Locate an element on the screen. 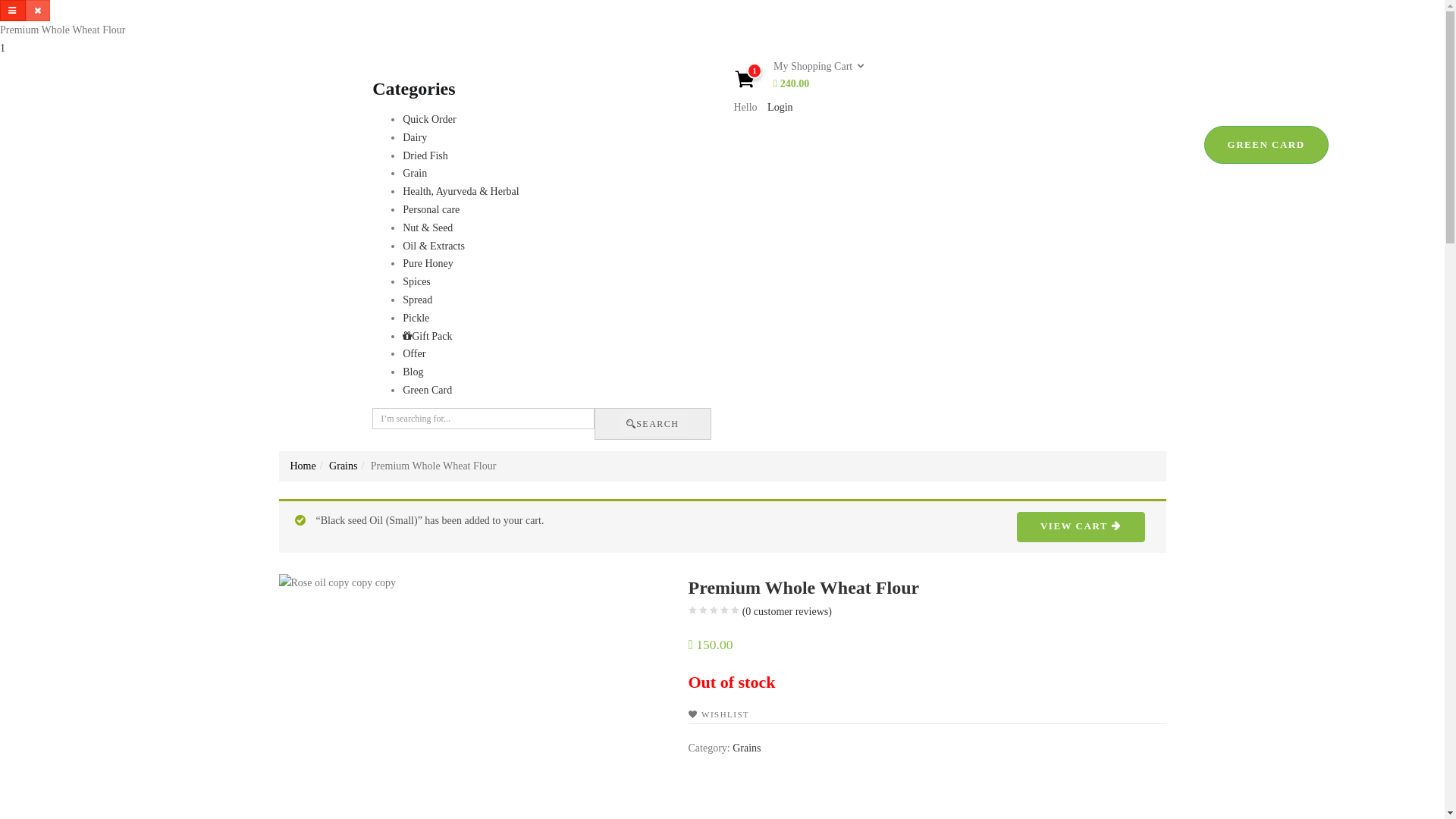 The height and width of the screenshot is (819, 1456). 'Oil & Extracts' is located at coordinates (432, 245).